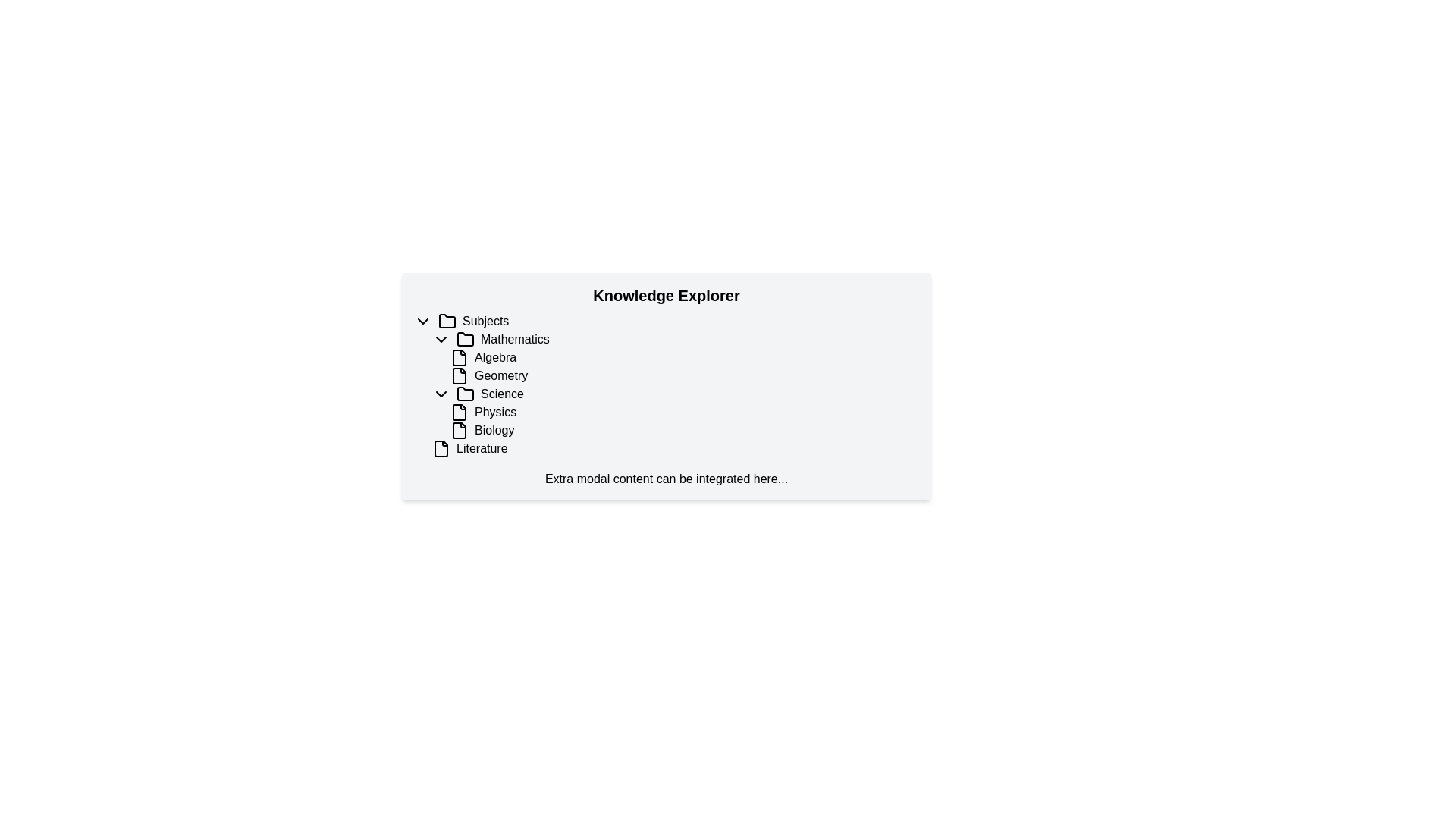 The width and height of the screenshot is (1456, 819). I want to click on the bold text label reading 'Algebra' located within the 'Mathematics' section of the navigation pane, so click(495, 357).